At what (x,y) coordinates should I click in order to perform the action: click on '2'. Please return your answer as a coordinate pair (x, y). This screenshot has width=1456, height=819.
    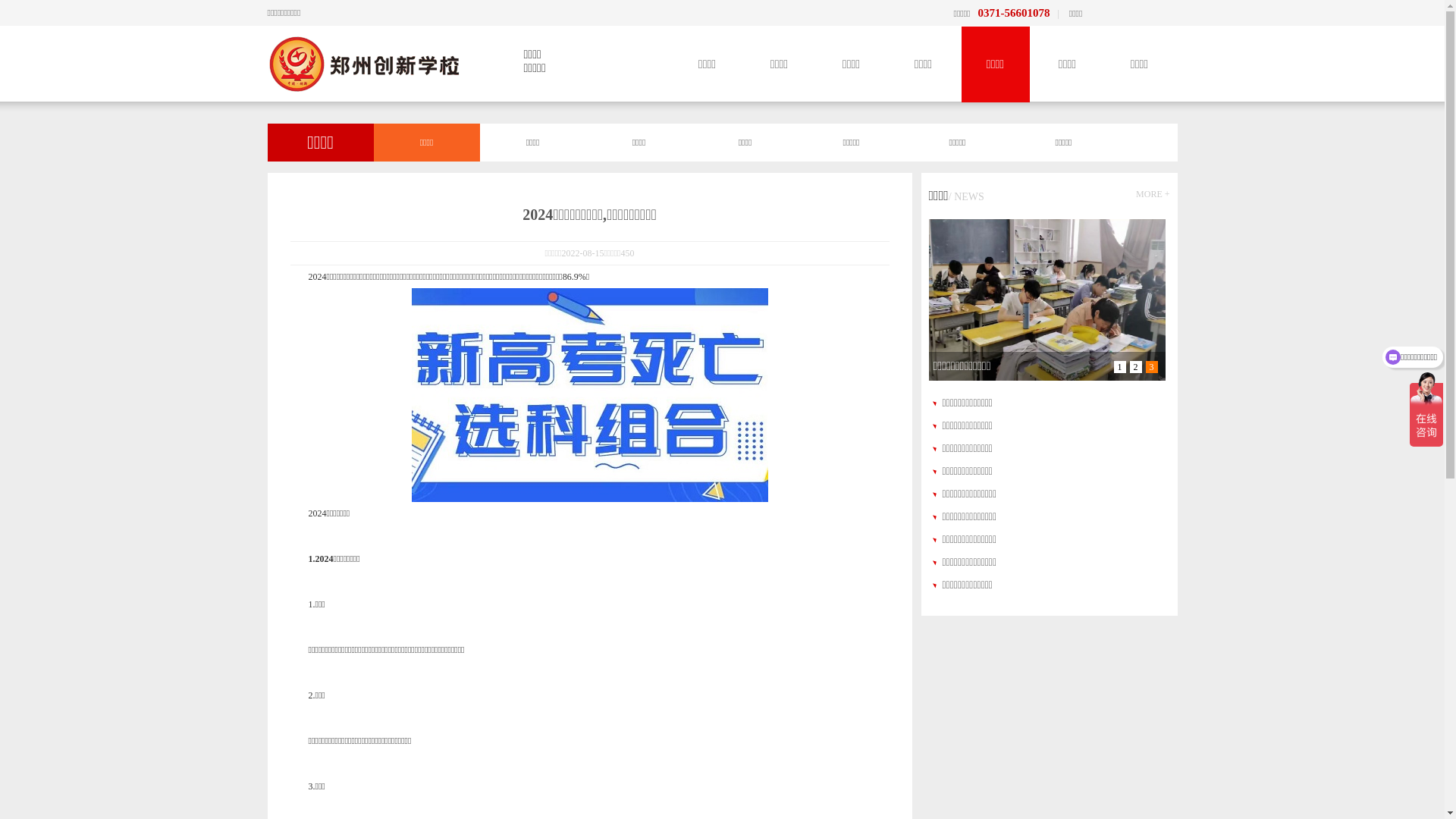
    Looking at the image, I should click on (1135, 366).